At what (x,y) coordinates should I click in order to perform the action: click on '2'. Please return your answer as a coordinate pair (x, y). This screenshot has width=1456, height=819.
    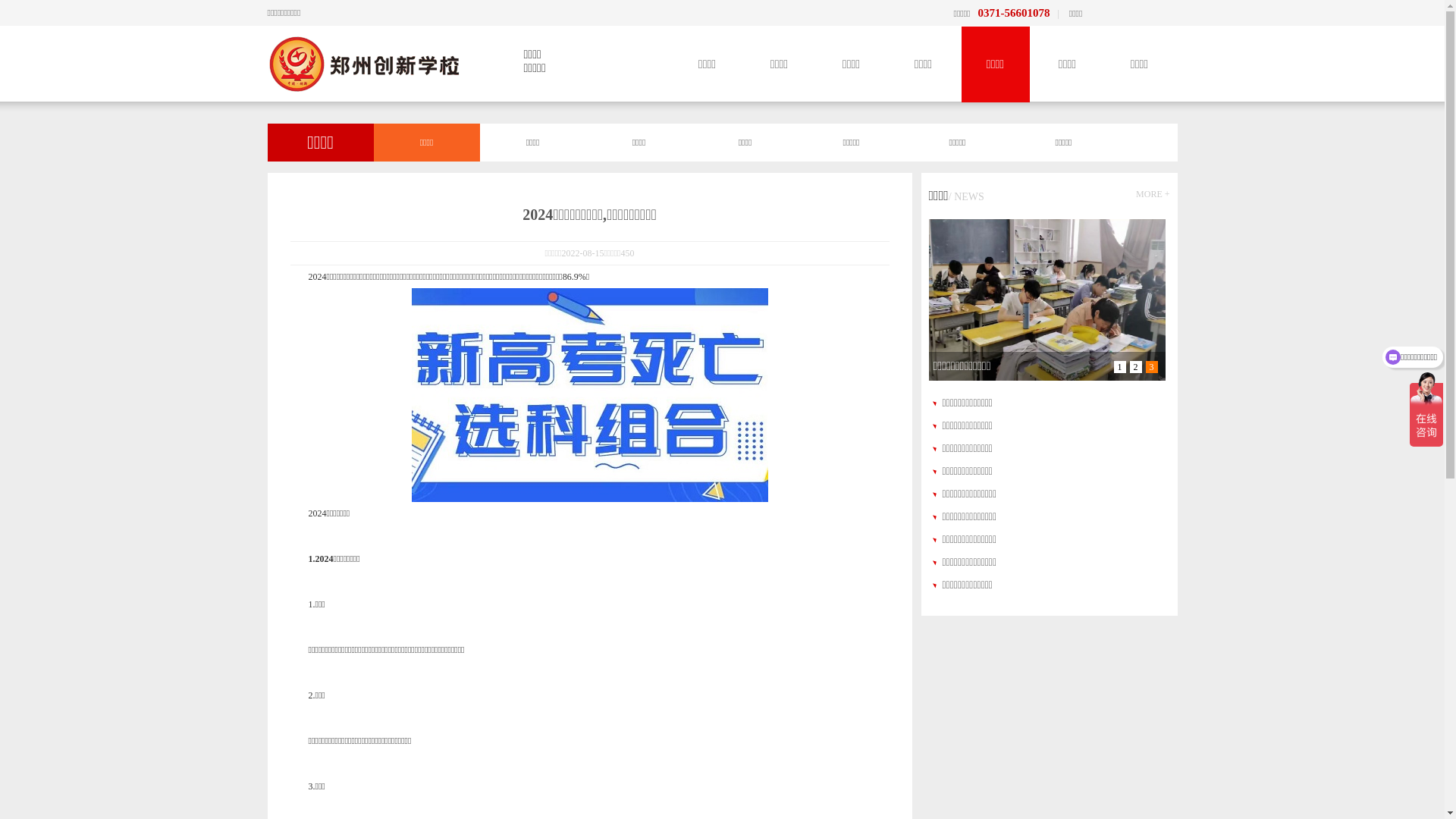
    Looking at the image, I should click on (1135, 366).